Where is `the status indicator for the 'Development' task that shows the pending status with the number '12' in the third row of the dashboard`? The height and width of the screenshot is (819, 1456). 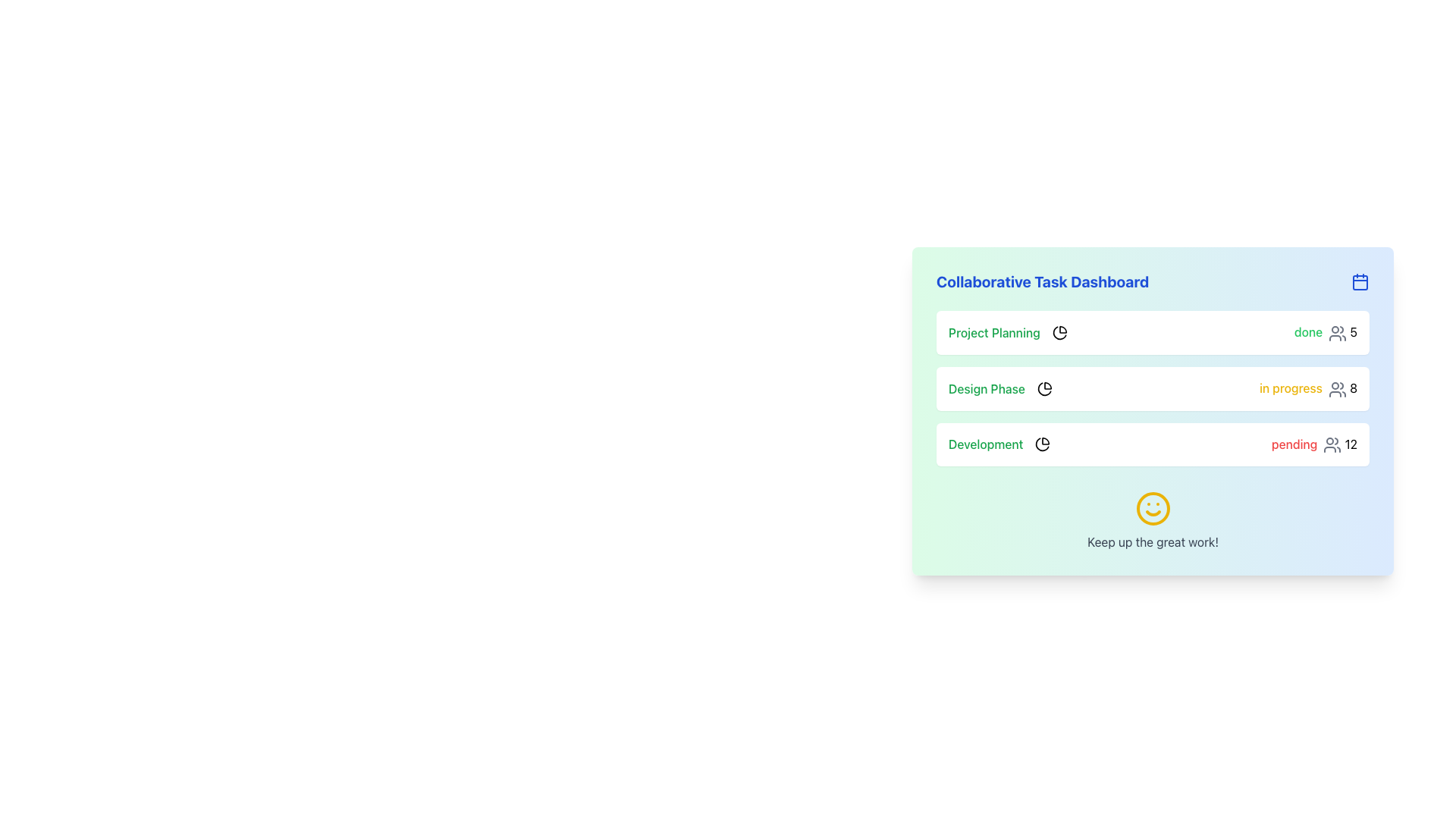 the status indicator for the 'Development' task that shows the pending status with the number '12' in the third row of the dashboard is located at coordinates (1313, 444).